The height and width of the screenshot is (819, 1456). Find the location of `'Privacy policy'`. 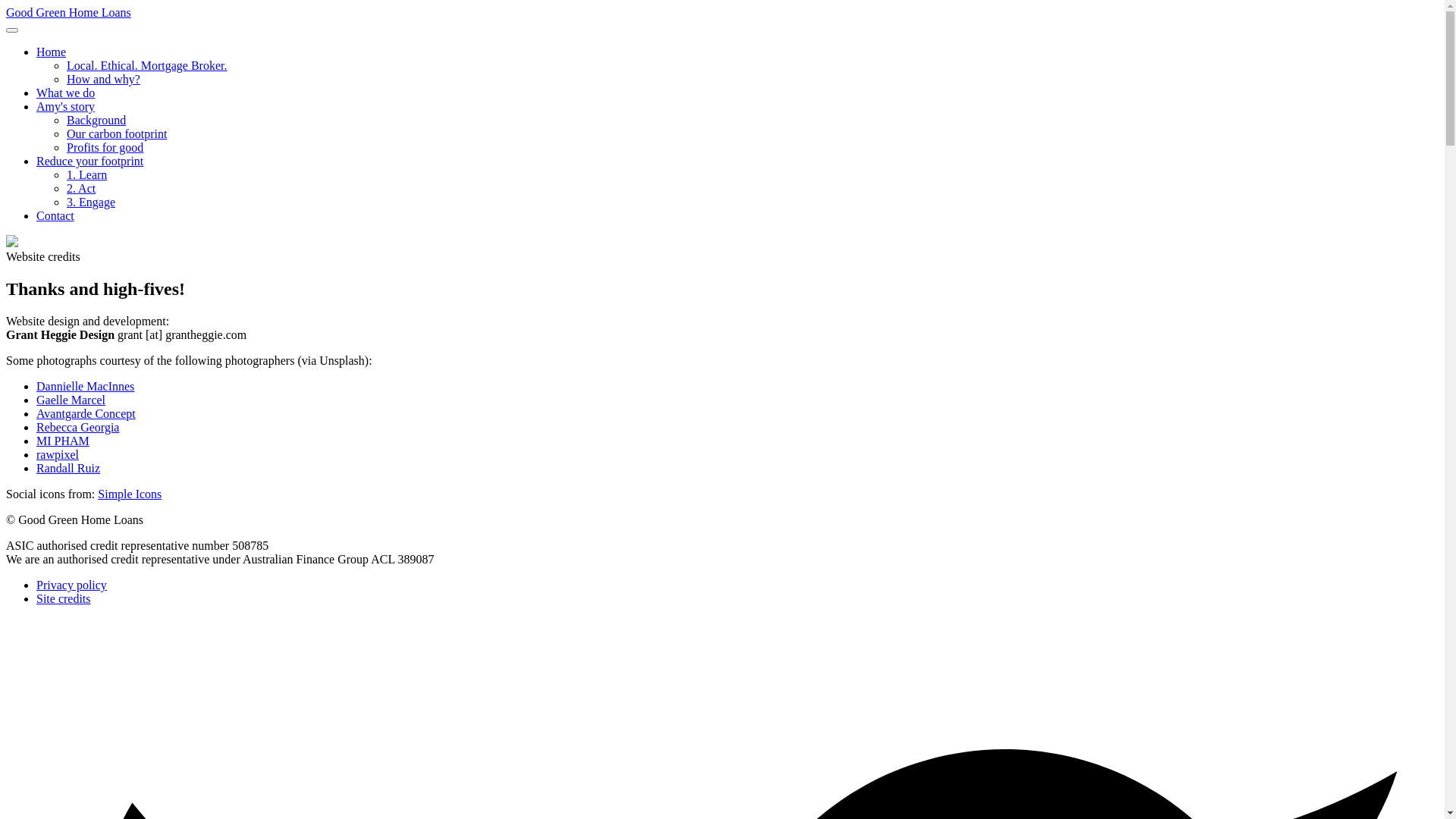

'Privacy policy' is located at coordinates (36, 584).